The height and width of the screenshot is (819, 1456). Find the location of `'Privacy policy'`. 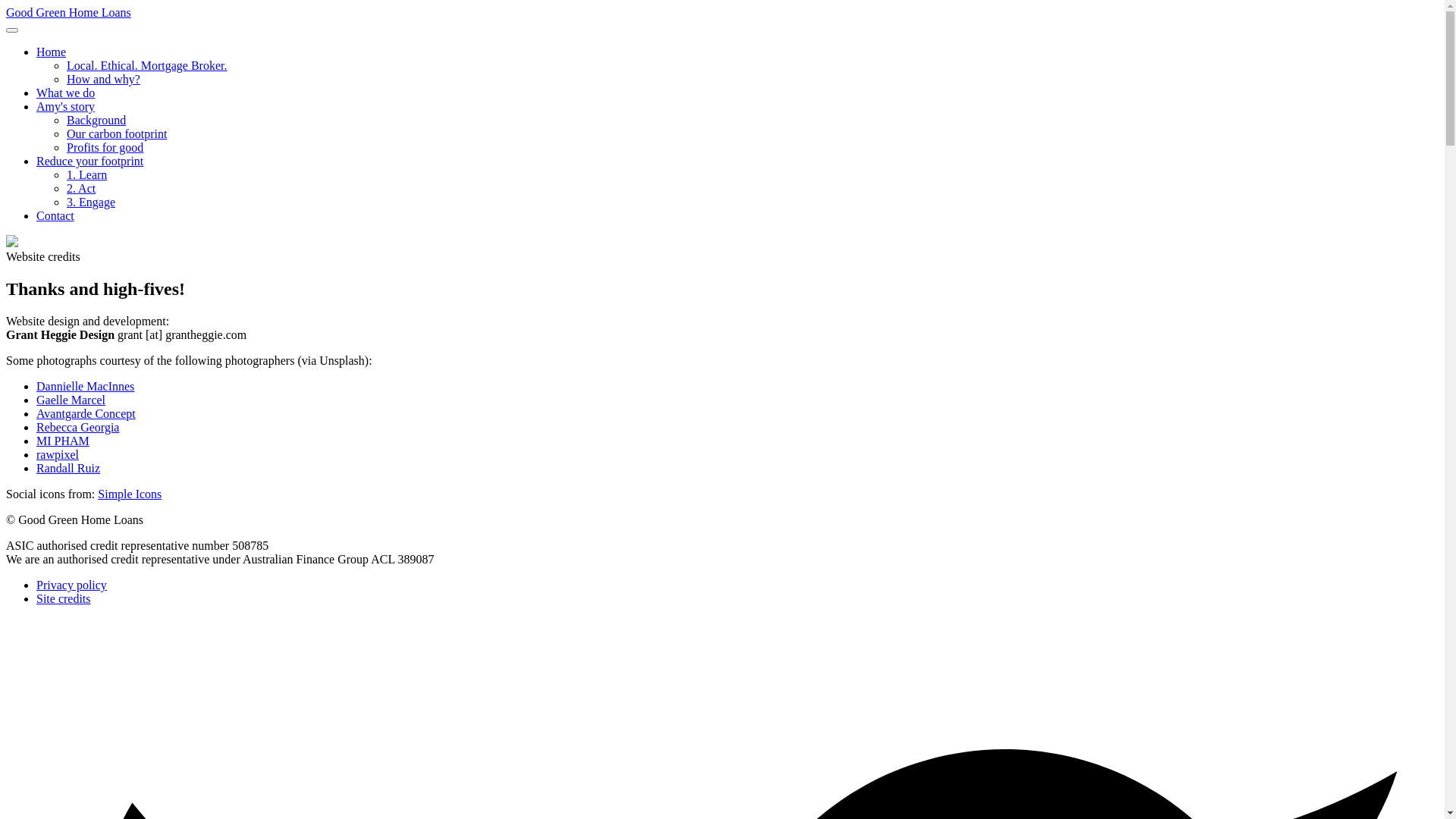

'Privacy policy' is located at coordinates (36, 584).